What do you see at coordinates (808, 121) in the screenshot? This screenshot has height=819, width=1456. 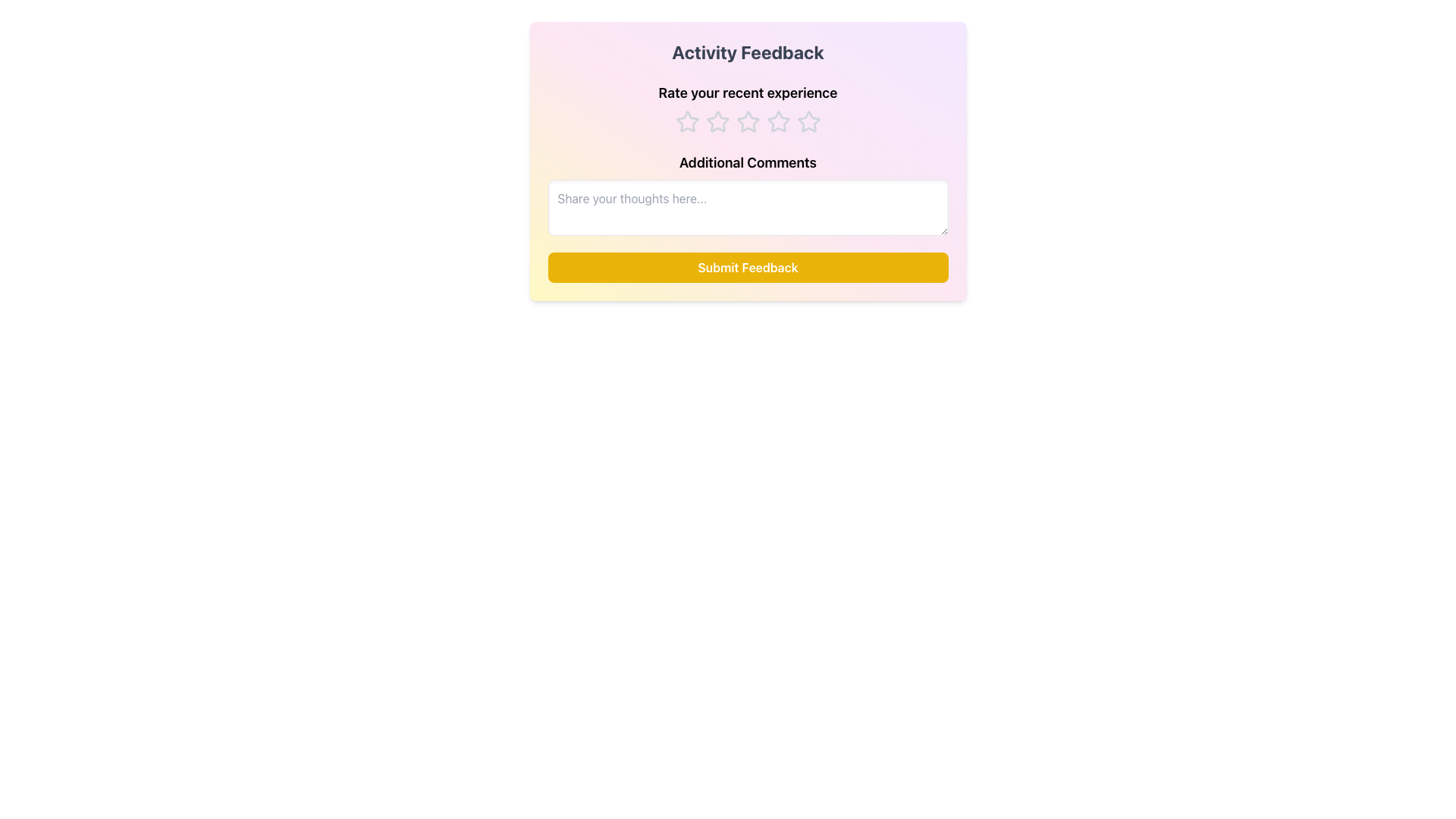 I see `the fifth star icon with a gray border and hollow interior in the rating system under the text 'Rate your recent experience'` at bounding box center [808, 121].